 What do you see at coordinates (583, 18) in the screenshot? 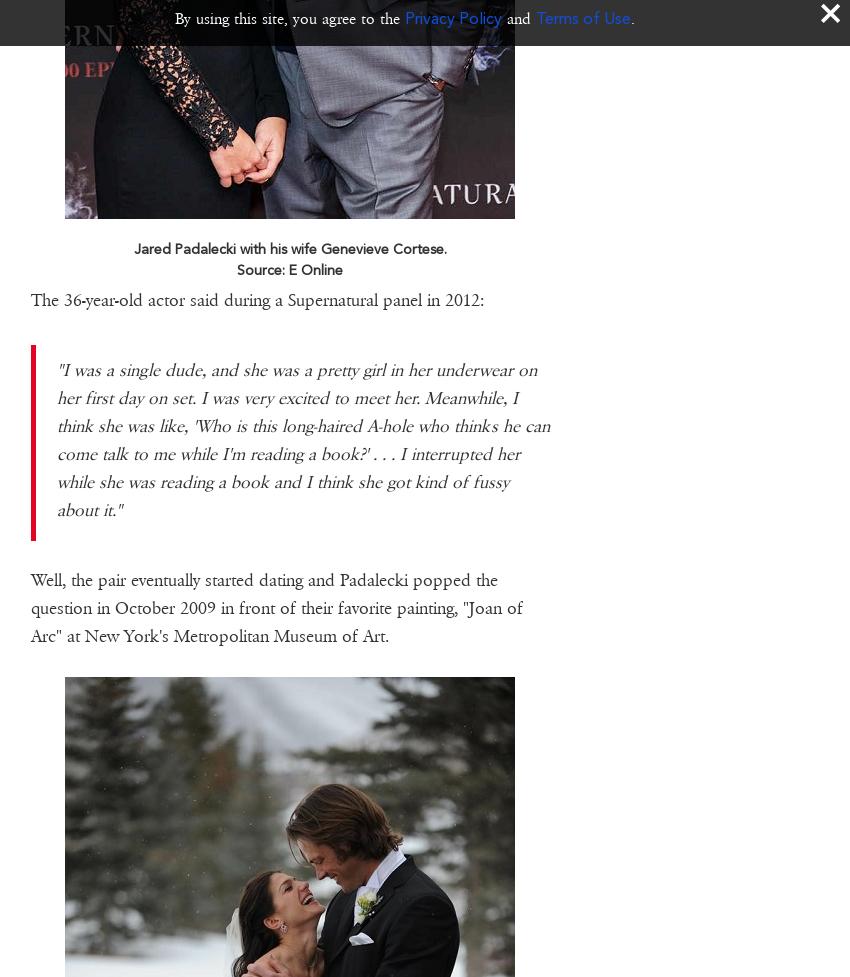
I see `'Terms of Use'` at bounding box center [583, 18].